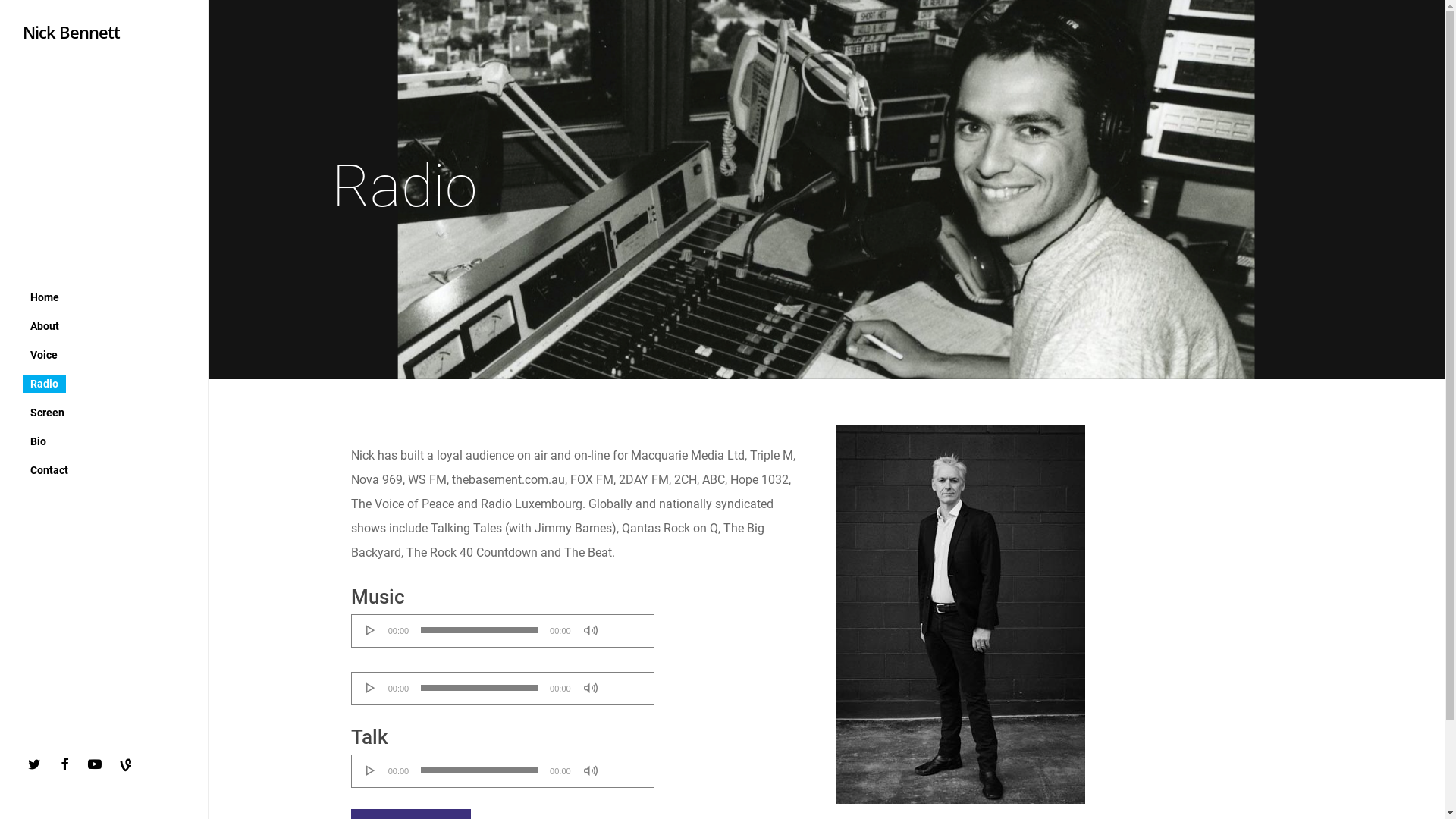  I want to click on 'Play', so click(364, 629).